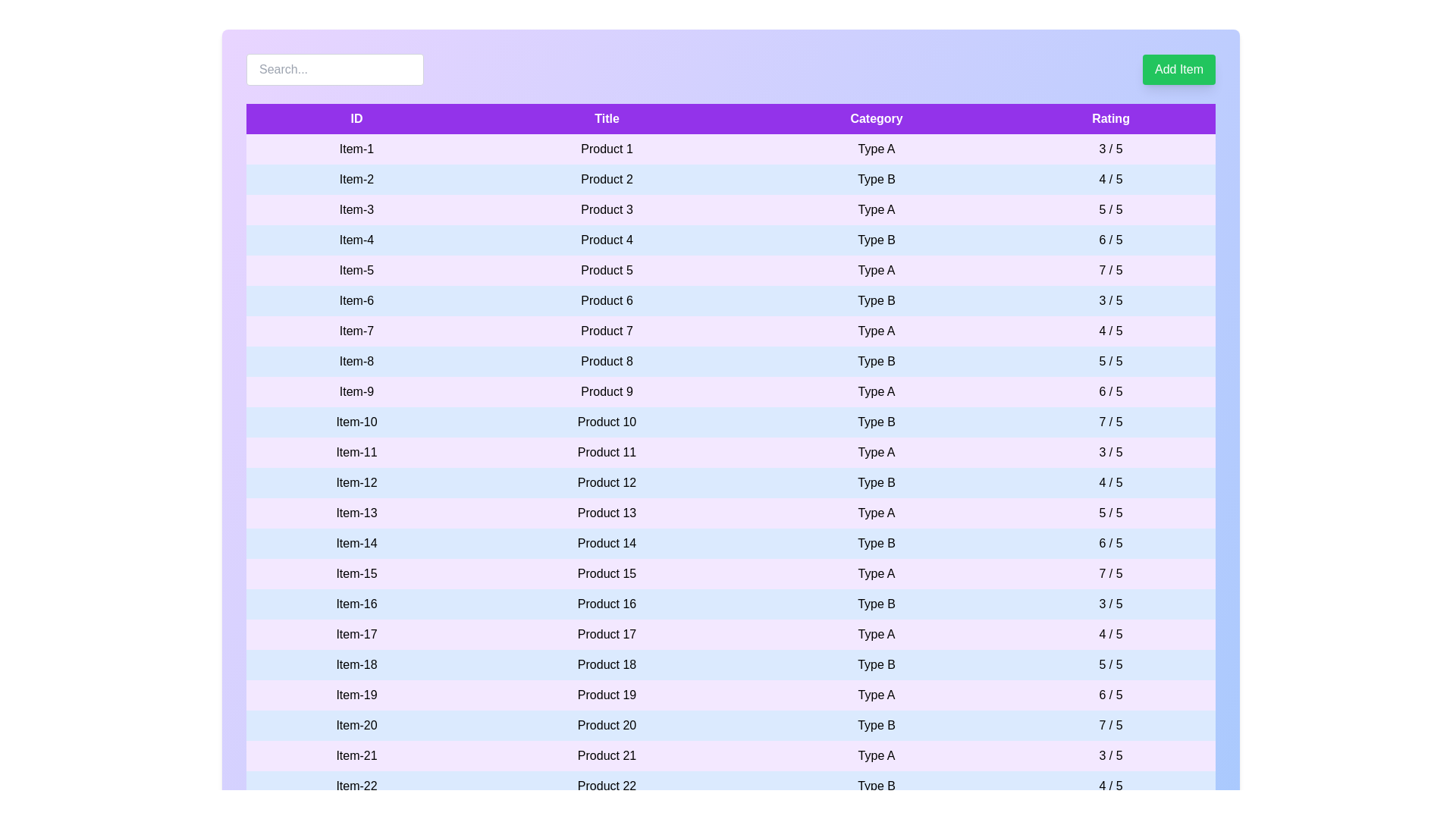  What do you see at coordinates (607, 118) in the screenshot?
I see `the table header labeled Title to sort the column` at bounding box center [607, 118].